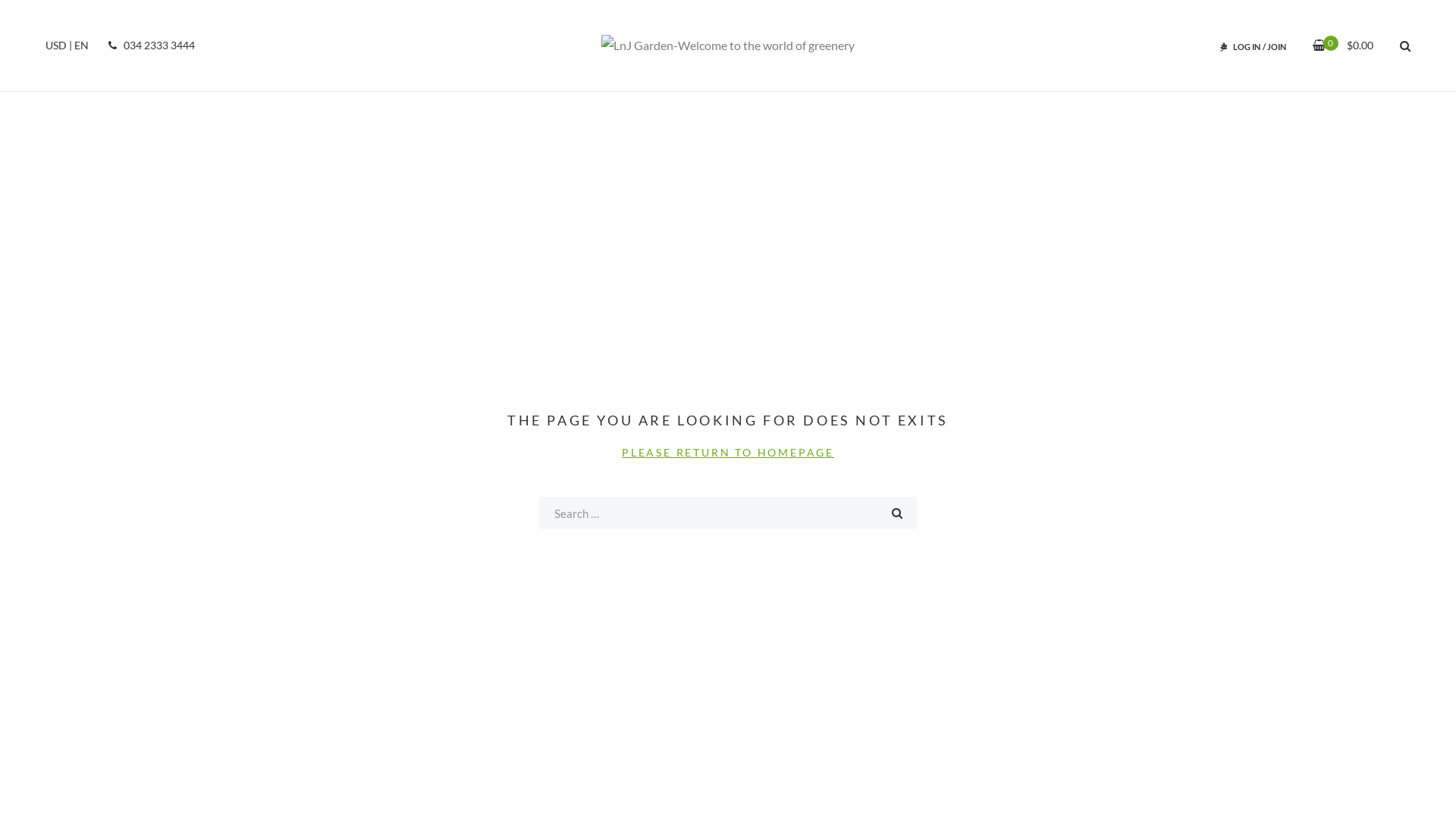  What do you see at coordinates (1233, 45) in the screenshot?
I see `'LOG IN'` at bounding box center [1233, 45].